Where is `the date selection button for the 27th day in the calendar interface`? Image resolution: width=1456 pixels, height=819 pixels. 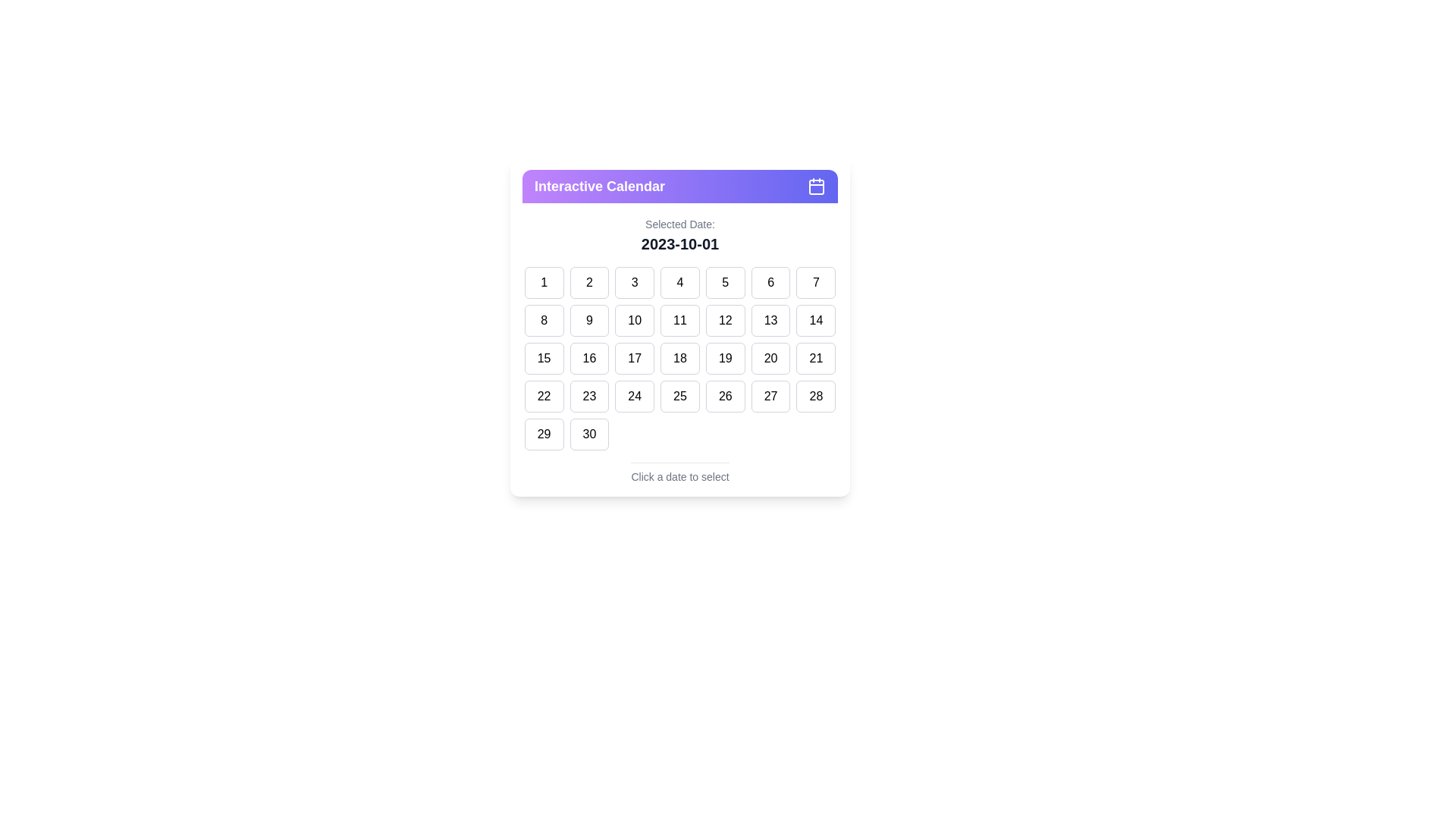
the date selection button for the 27th day in the calendar interface is located at coordinates (770, 396).